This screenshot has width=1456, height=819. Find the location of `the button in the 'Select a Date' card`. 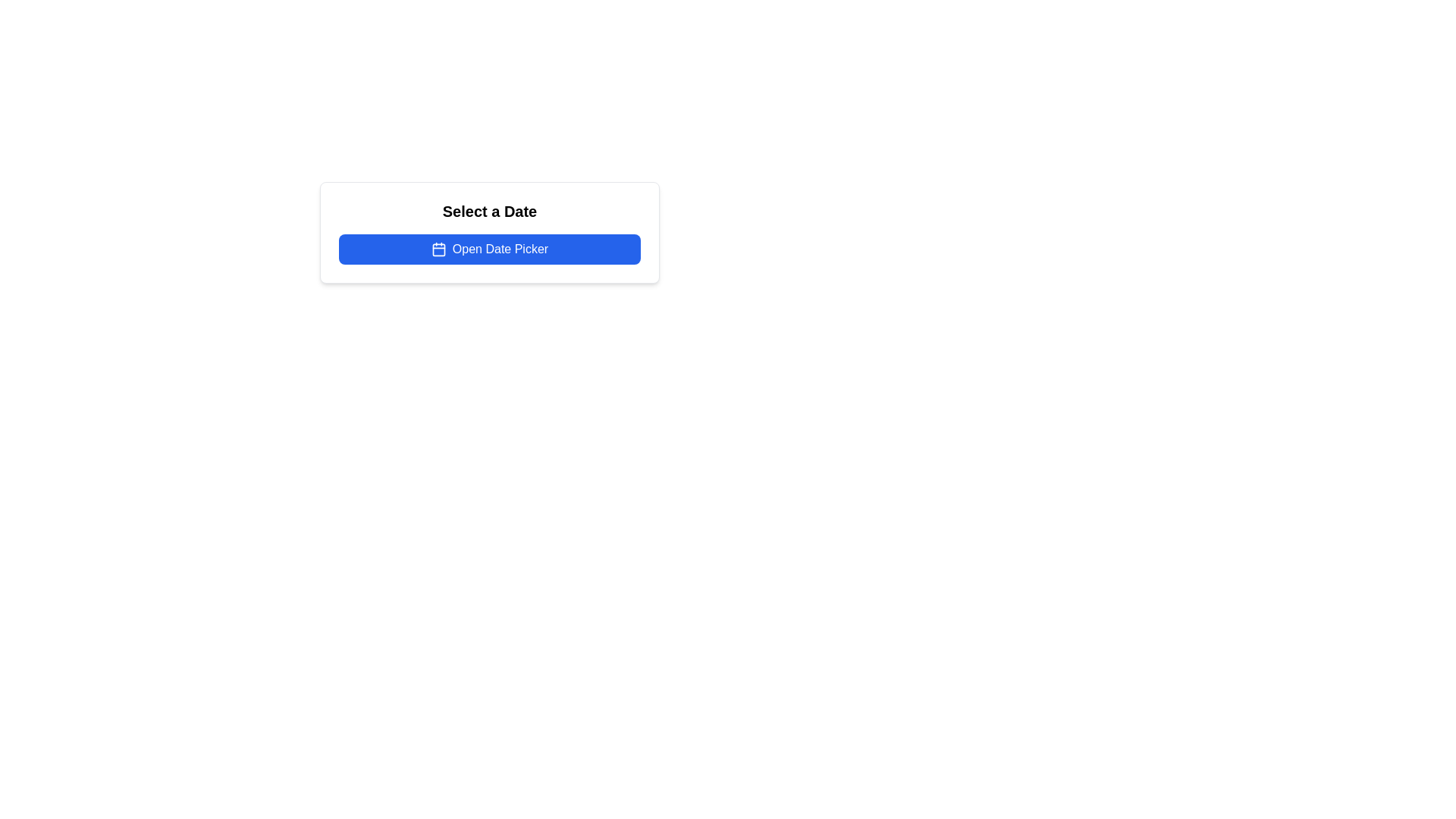

the button in the 'Select a Date' card is located at coordinates (490, 233).